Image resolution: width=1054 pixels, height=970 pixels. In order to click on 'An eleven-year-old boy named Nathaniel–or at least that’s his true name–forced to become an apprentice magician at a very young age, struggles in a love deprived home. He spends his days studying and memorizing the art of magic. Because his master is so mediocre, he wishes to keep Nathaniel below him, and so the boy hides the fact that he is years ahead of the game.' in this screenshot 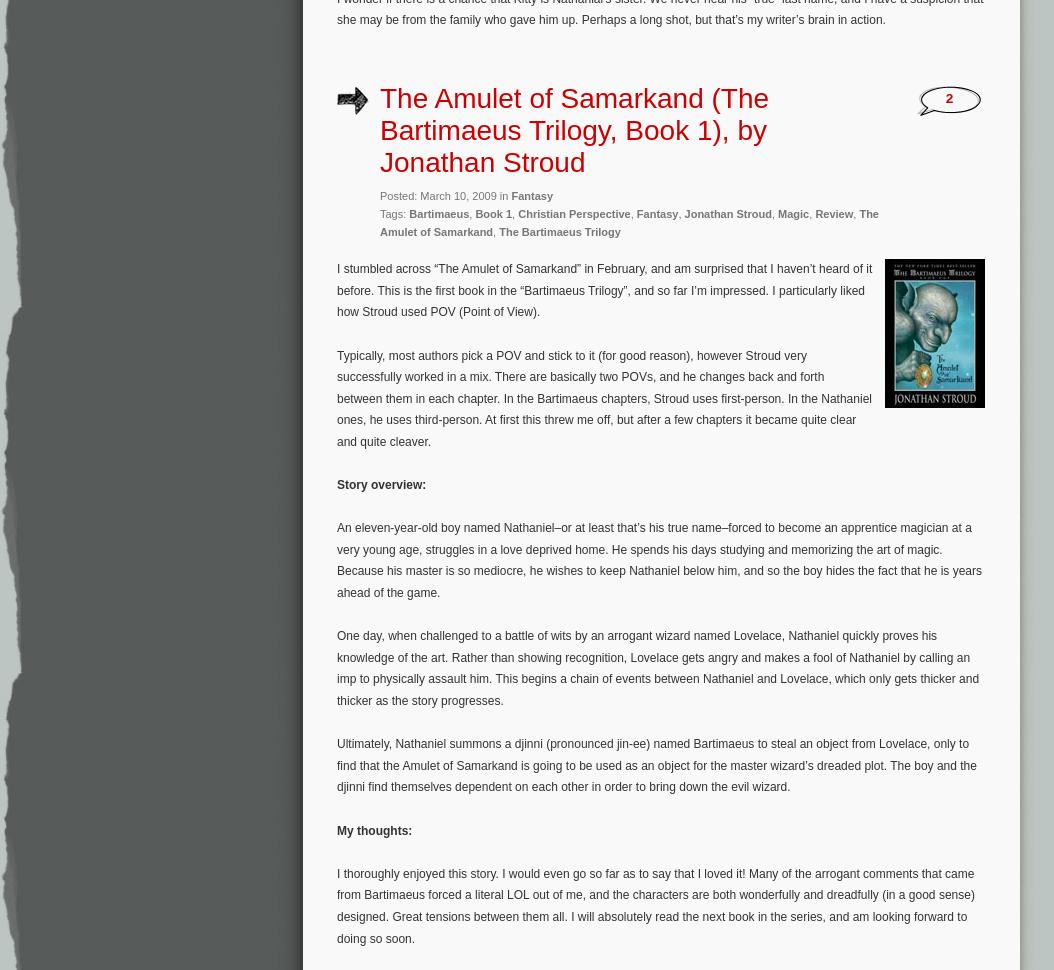, I will do `click(659, 559)`.